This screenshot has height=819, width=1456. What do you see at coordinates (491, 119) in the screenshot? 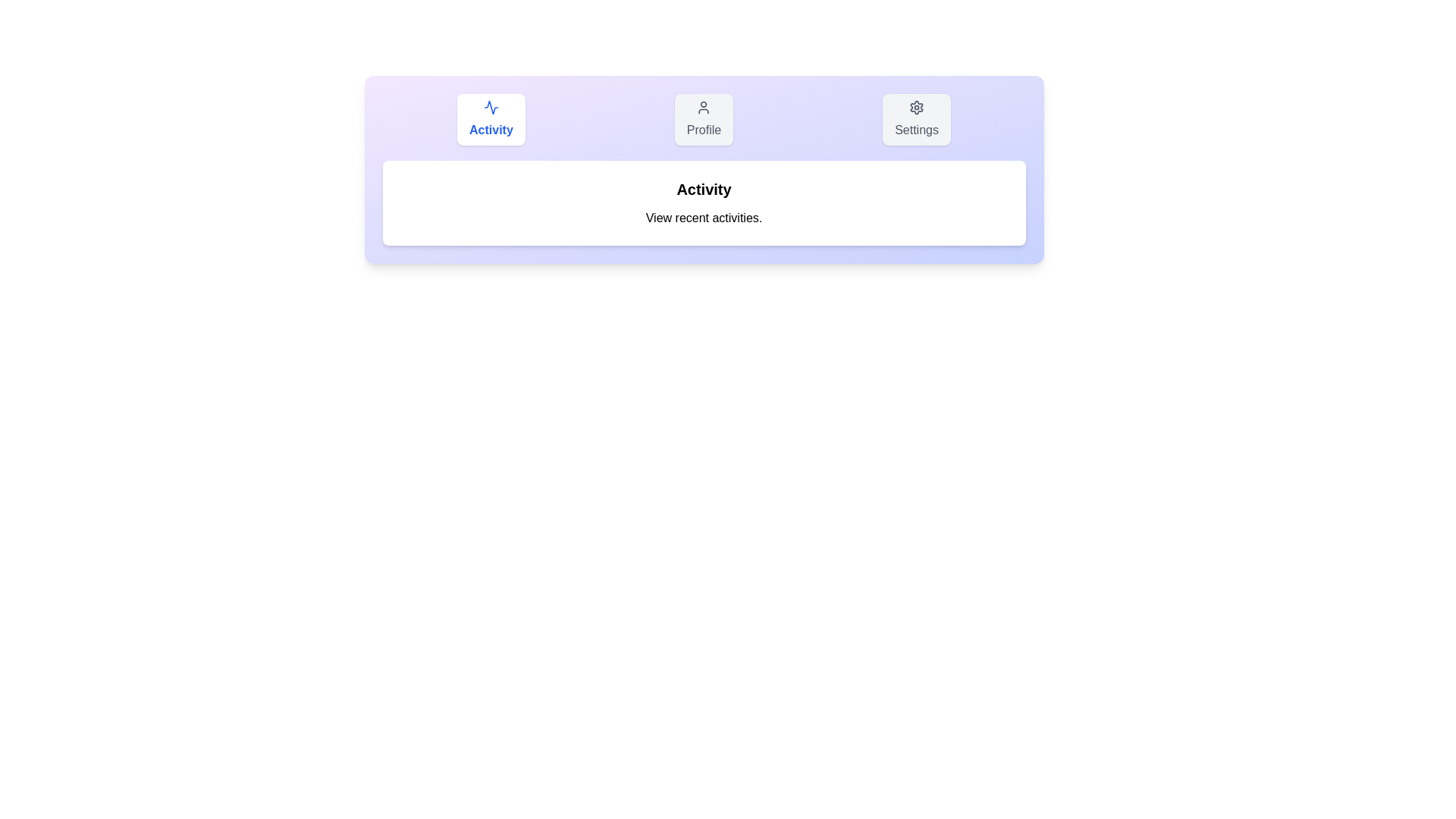
I see `the Activity tab to switch to it` at bounding box center [491, 119].